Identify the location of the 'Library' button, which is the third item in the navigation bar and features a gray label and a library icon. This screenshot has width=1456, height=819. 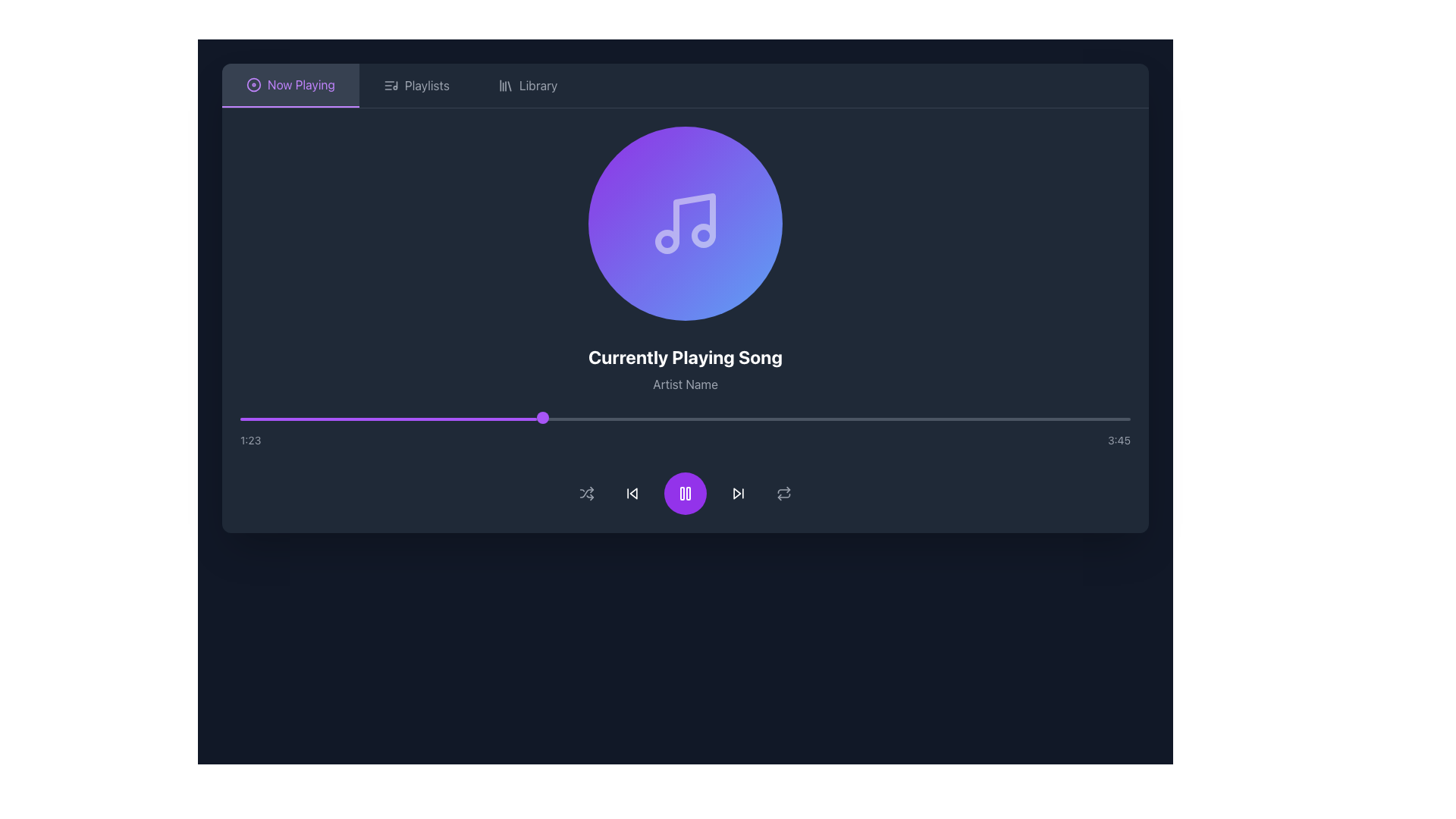
(528, 85).